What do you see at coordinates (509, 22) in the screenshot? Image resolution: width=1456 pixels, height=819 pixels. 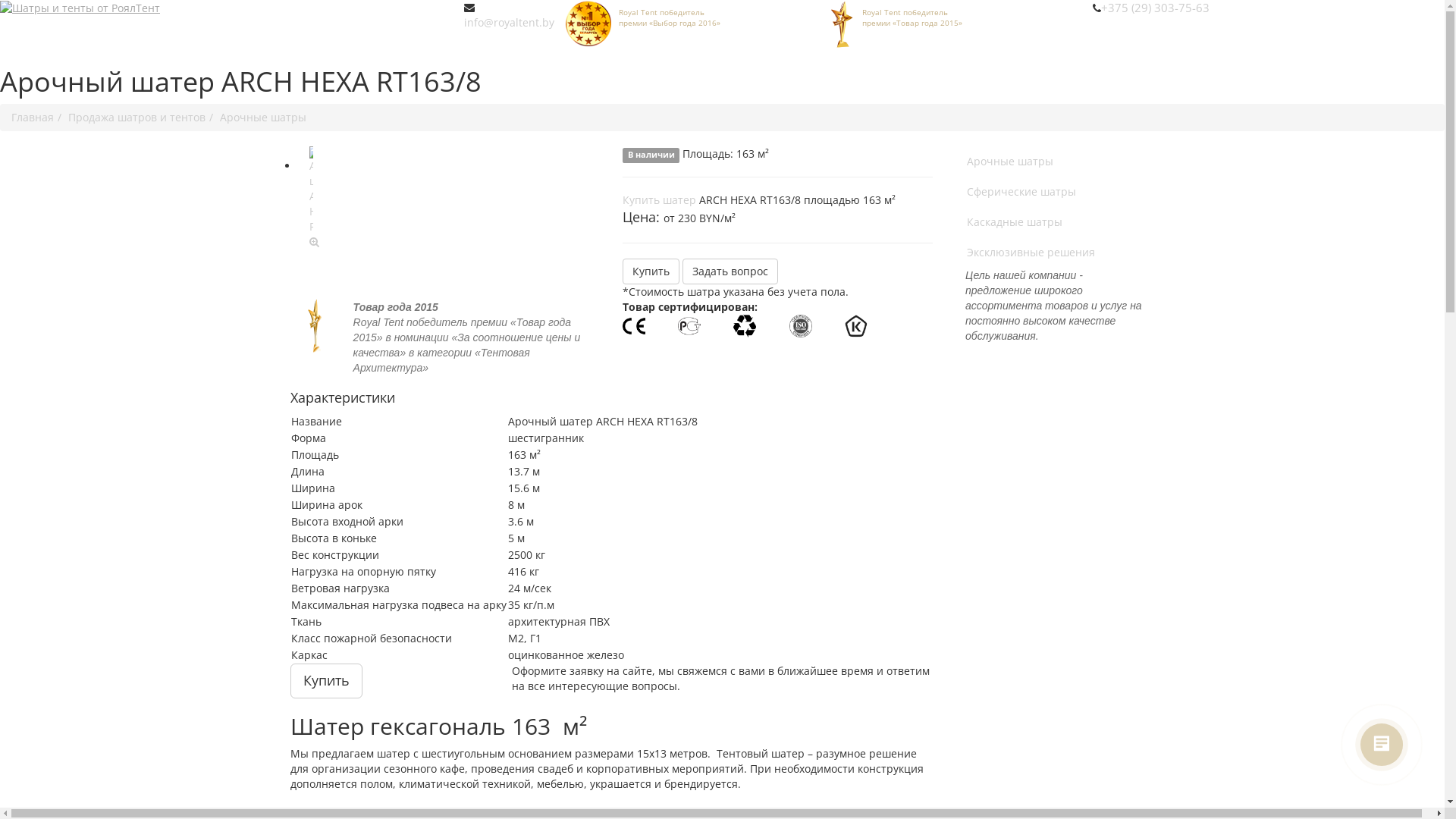 I see `'info@royaltent.by'` at bounding box center [509, 22].